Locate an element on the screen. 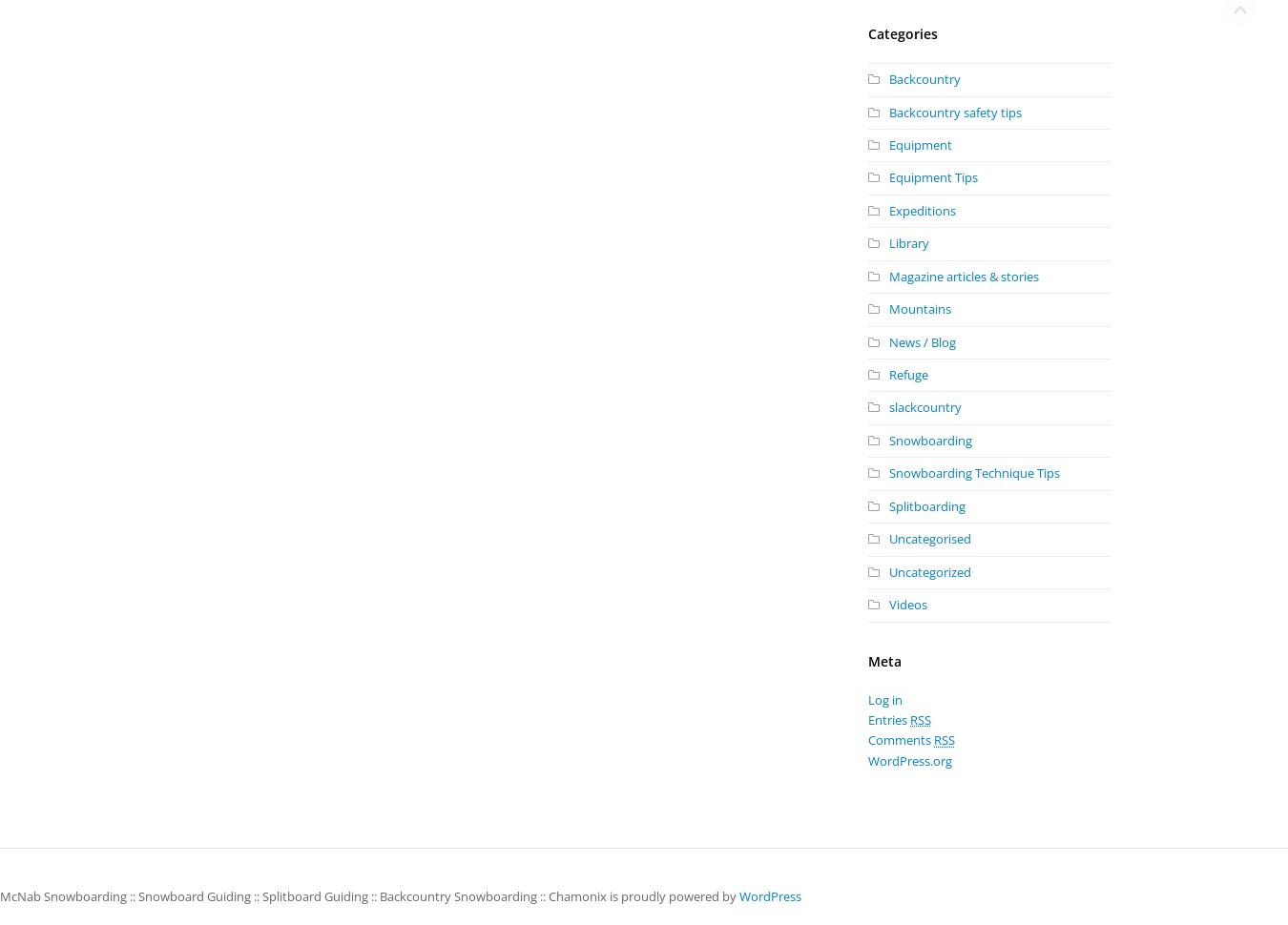  'Refuge' is located at coordinates (907, 375).